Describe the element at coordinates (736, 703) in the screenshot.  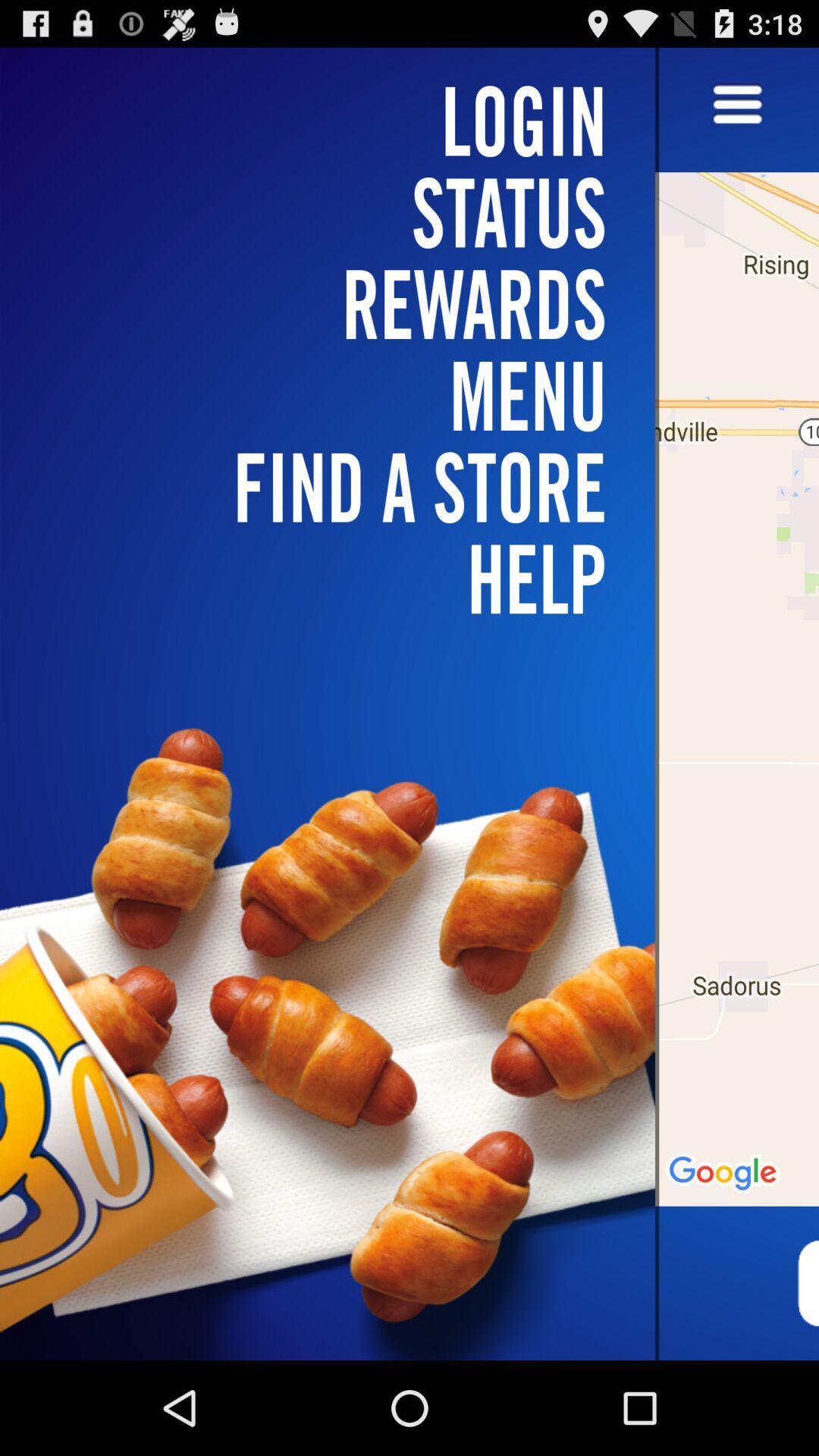
I see `interactive map` at that location.